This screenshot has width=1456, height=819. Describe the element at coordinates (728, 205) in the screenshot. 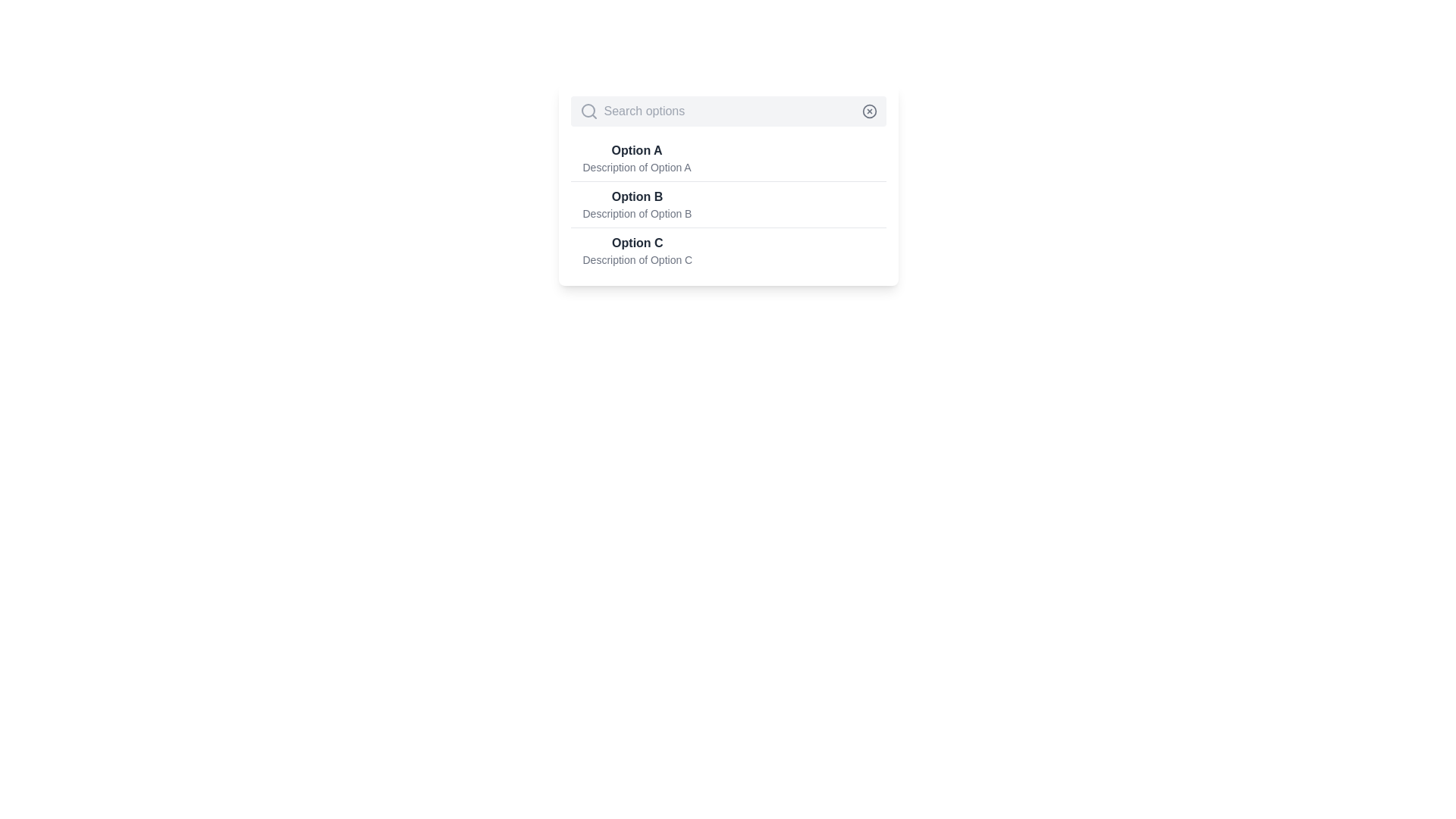

I see `the 'Option B' item in the dropdown menu` at that location.